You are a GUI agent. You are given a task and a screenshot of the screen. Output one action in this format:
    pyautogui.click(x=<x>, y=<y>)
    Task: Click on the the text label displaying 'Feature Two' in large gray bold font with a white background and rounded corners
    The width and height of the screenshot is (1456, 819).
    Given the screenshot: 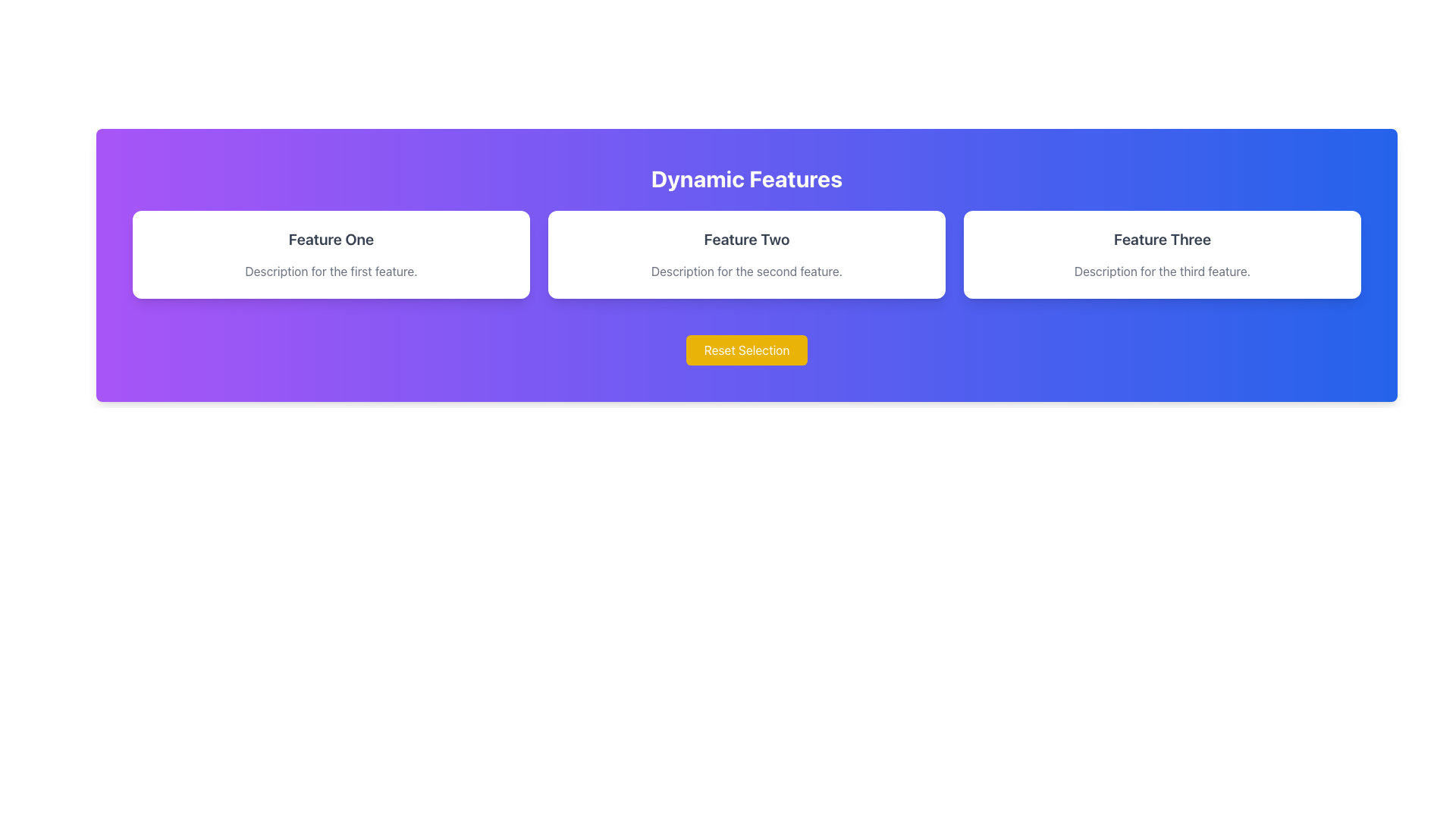 What is the action you would take?
    pyautogui.click(x=746, y=239)
    